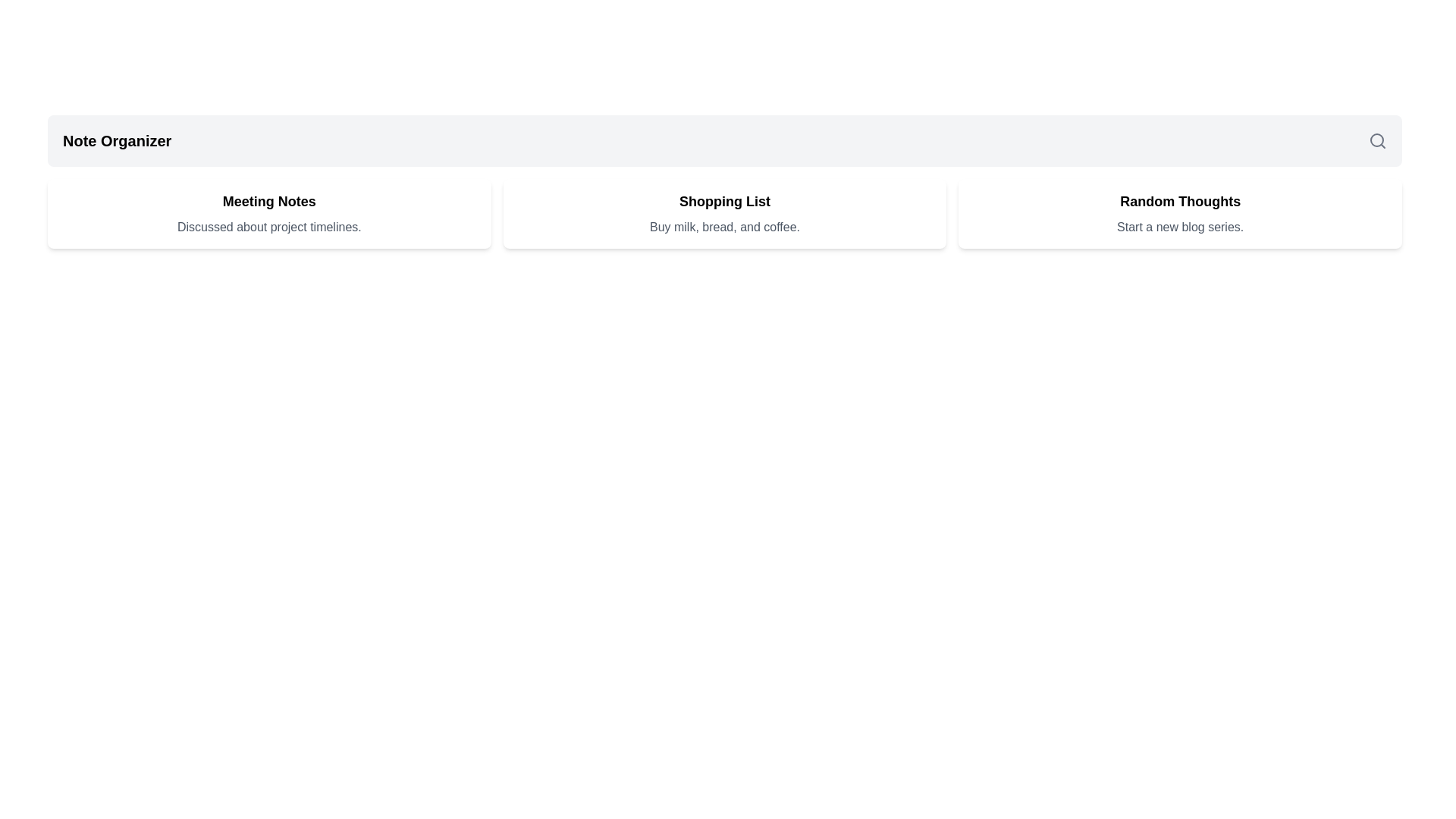 Image resolution: width=1456 pixels, height=819 pixels. I want to click on the circular part of the magnifying glass icon located at the top-right corner of the interface, so click(1376, 140).